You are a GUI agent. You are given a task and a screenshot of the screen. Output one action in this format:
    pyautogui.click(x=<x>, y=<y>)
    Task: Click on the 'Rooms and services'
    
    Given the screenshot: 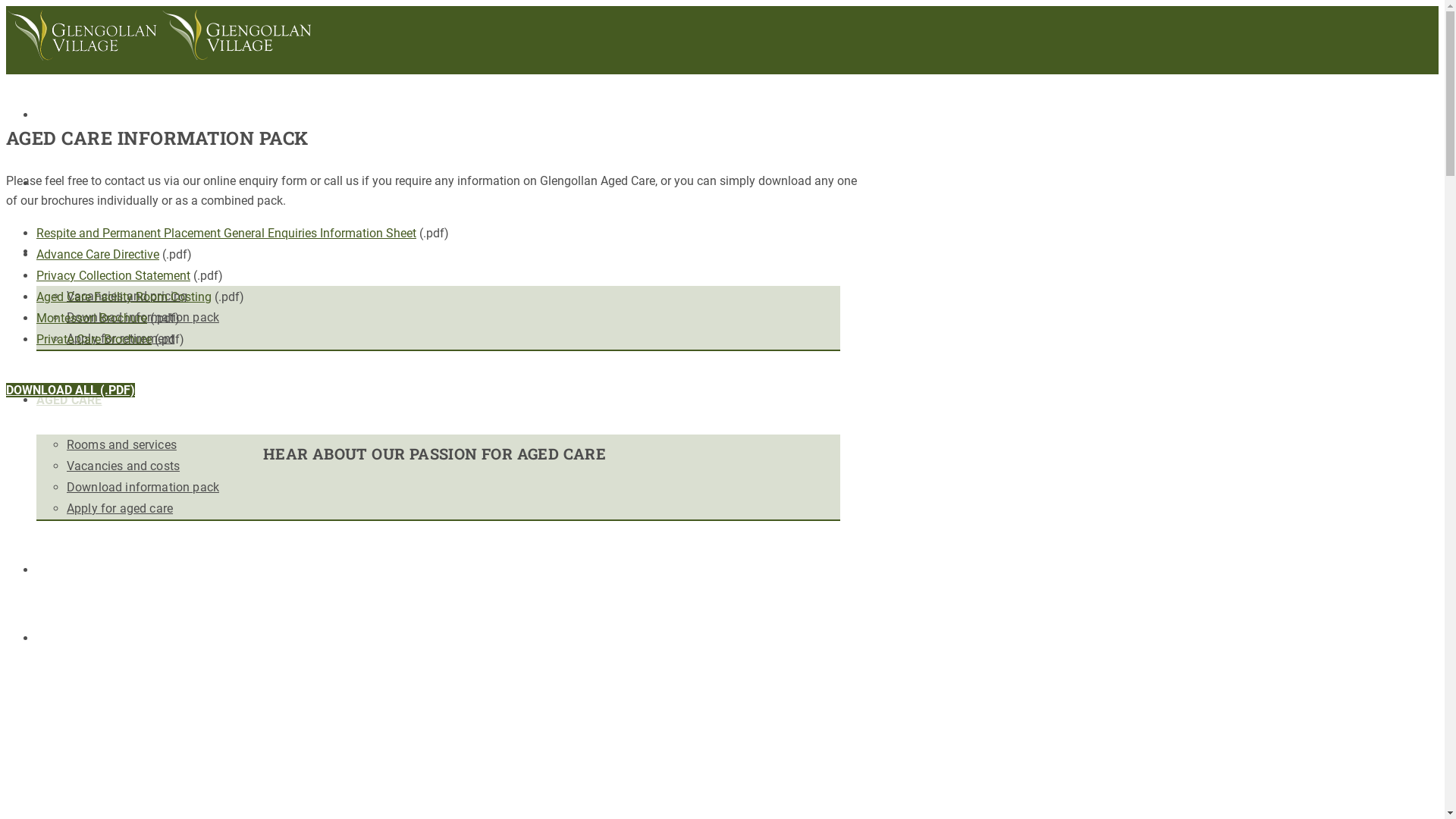 What is the action you would take?
    pyautogui.click(x=121, y=444)
    